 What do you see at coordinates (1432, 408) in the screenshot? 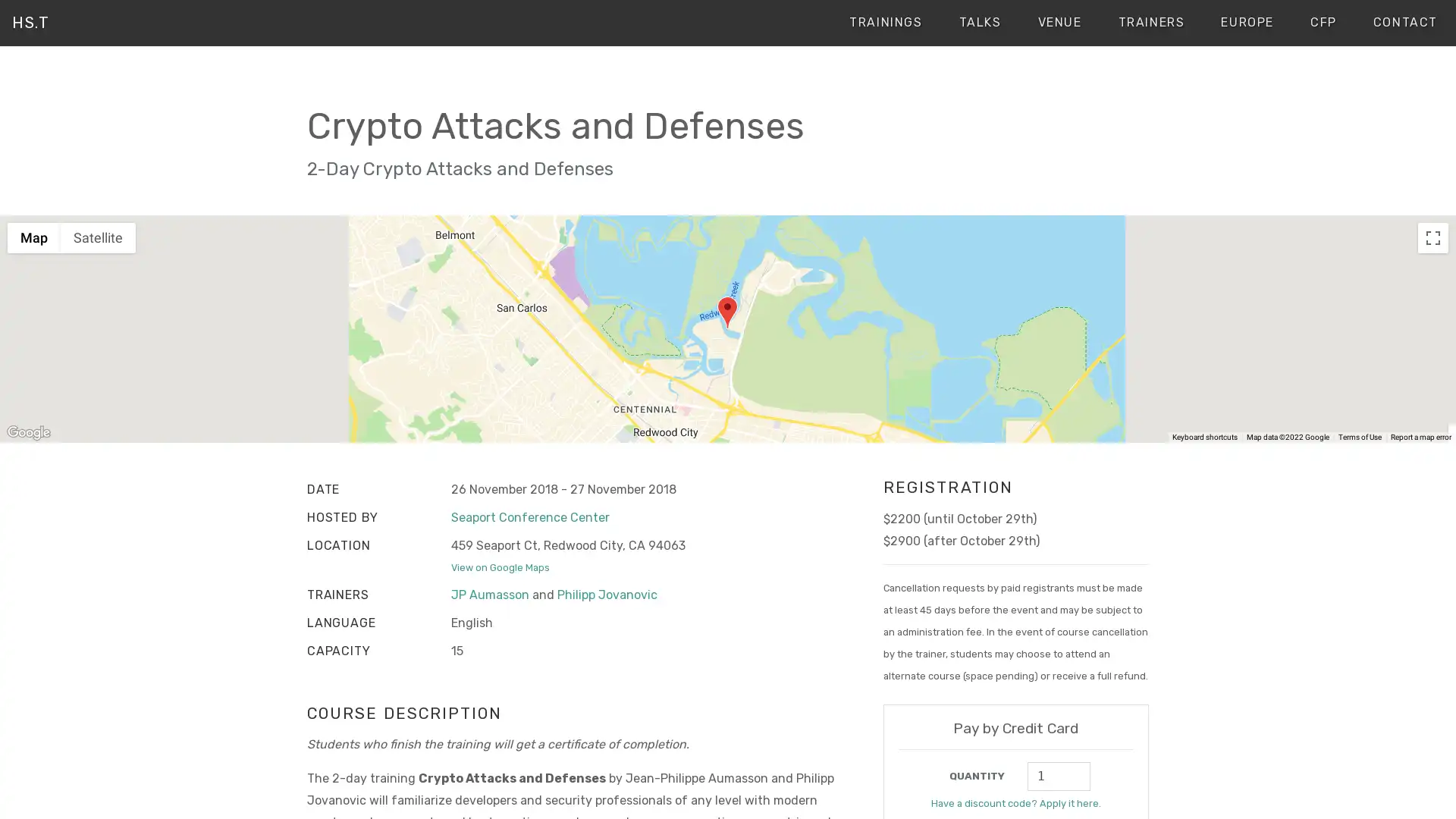
I see `Zoom out` at bounding box center [1432, 408].